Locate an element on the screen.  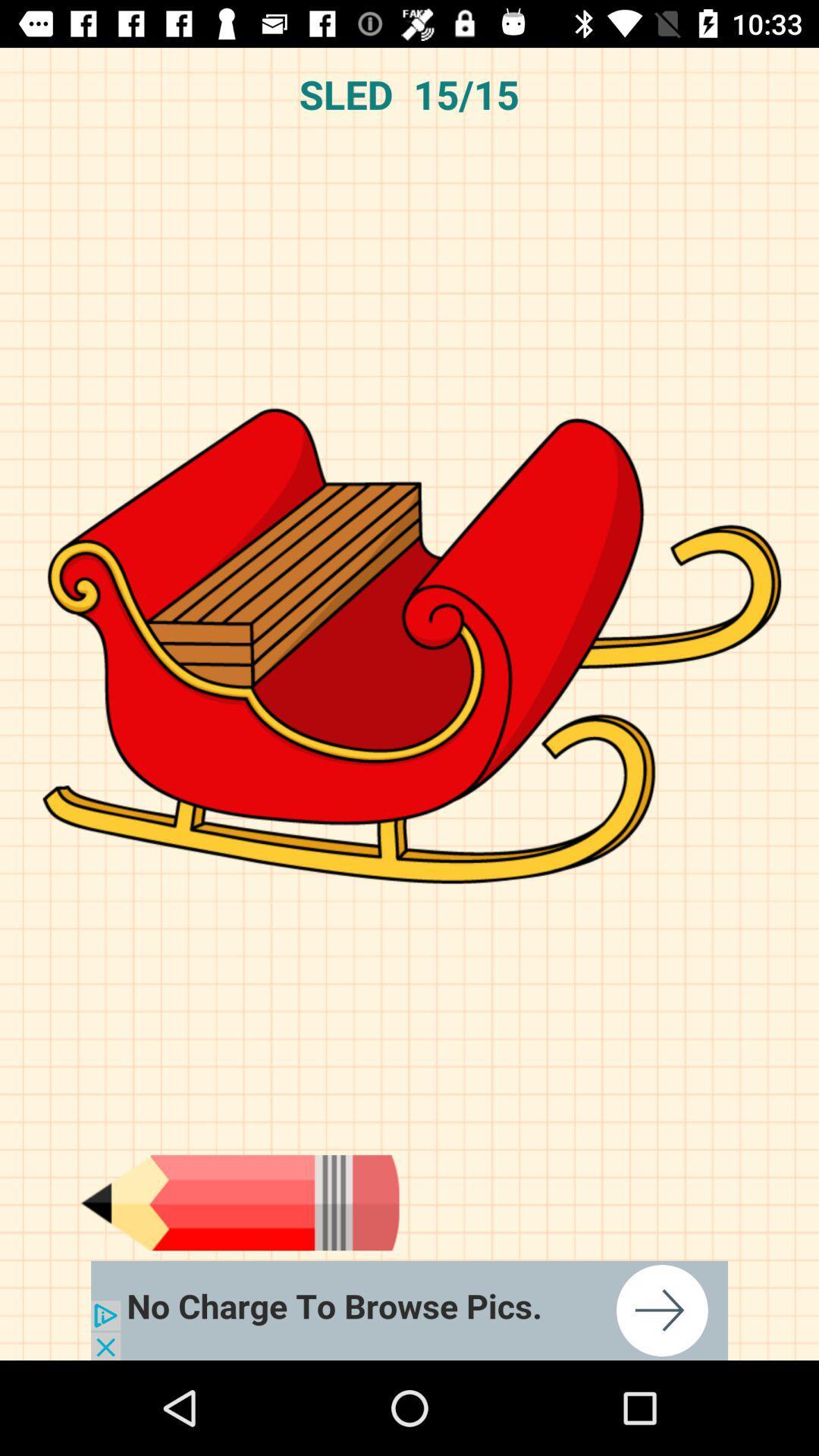
draw is located at coordinates (239, 1202).